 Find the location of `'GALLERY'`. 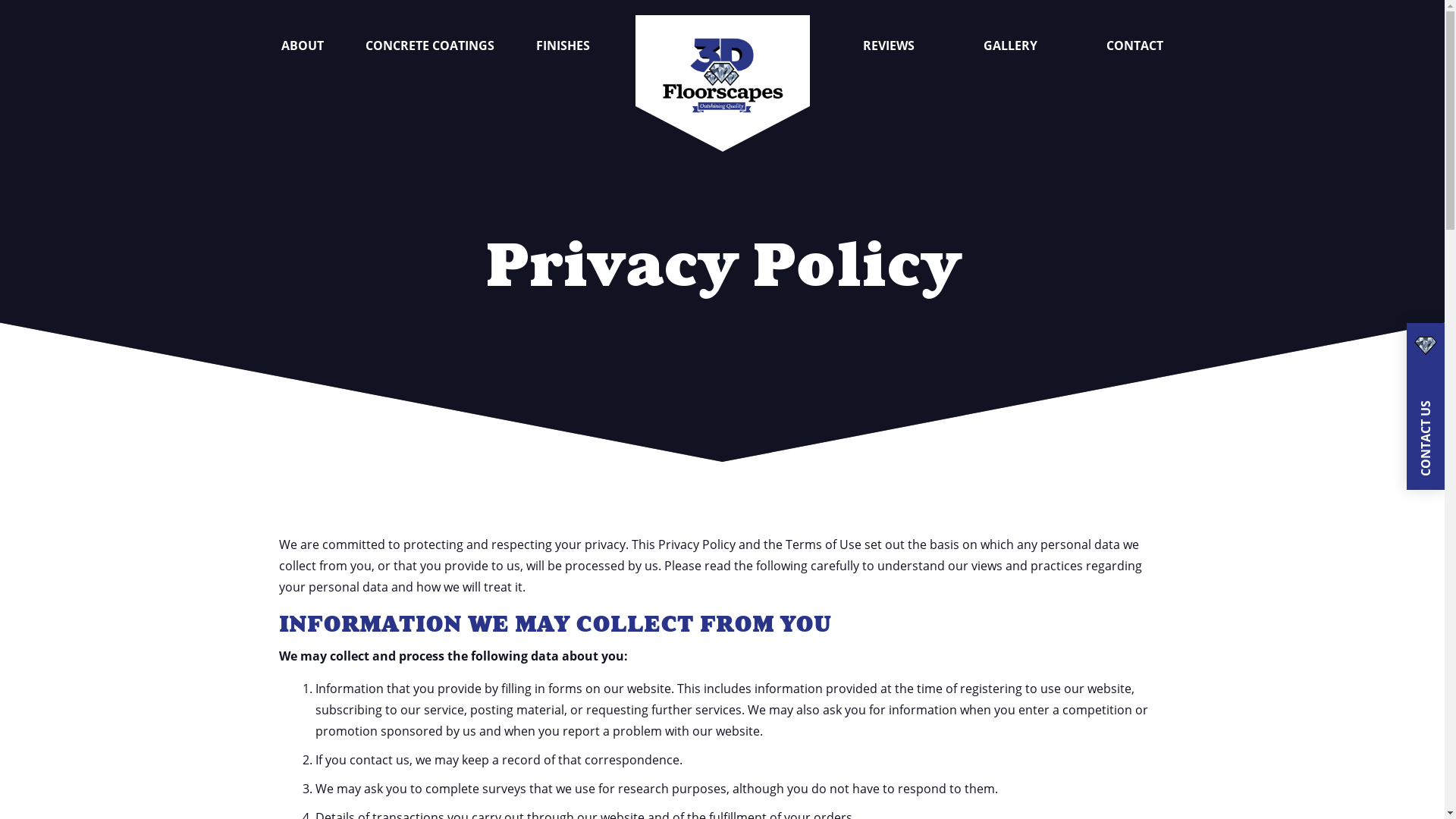

'GALLERY' is located at coordinates (1010, 45).